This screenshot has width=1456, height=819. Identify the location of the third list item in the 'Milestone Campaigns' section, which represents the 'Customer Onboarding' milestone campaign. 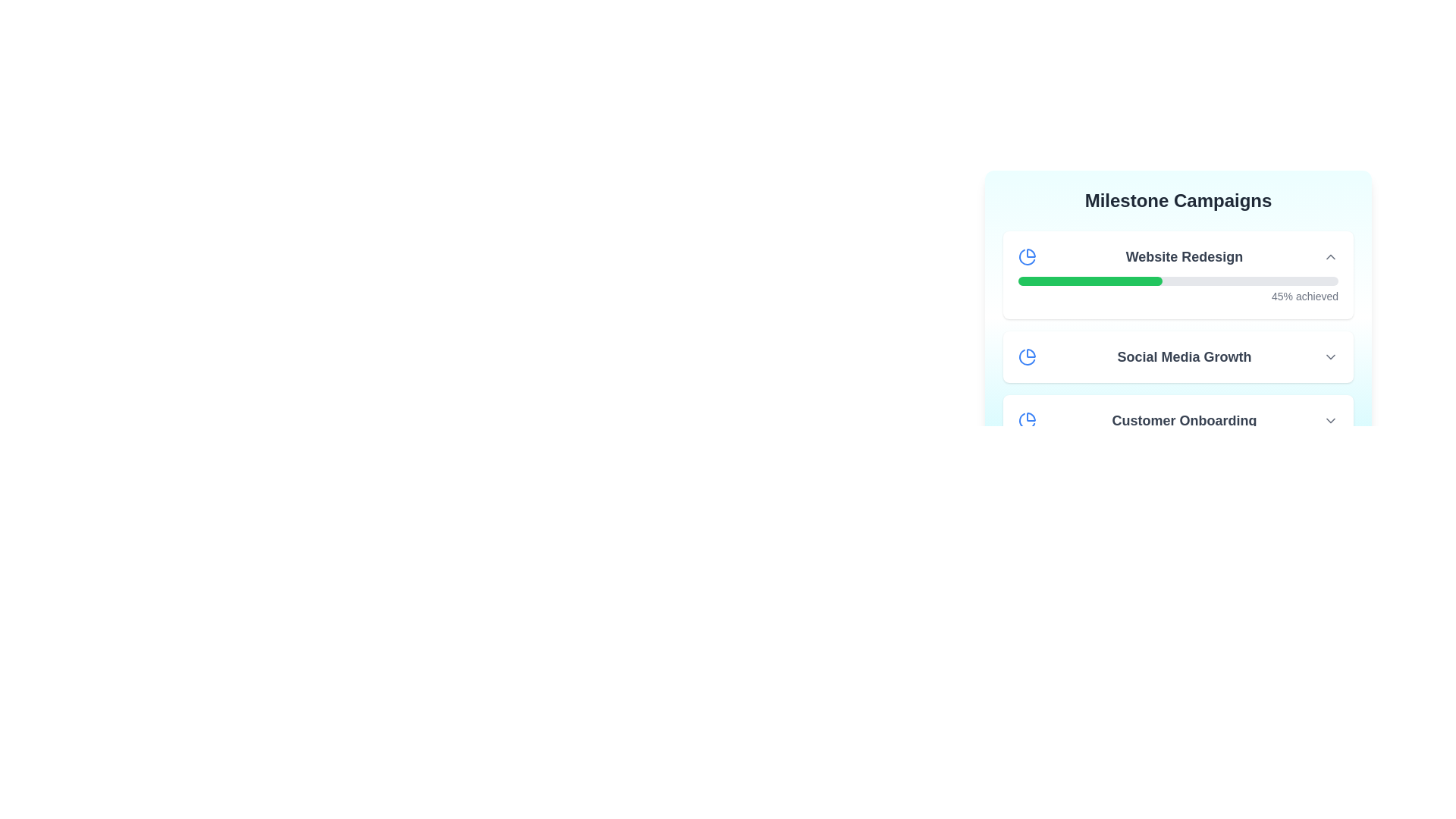
(1178, 421).